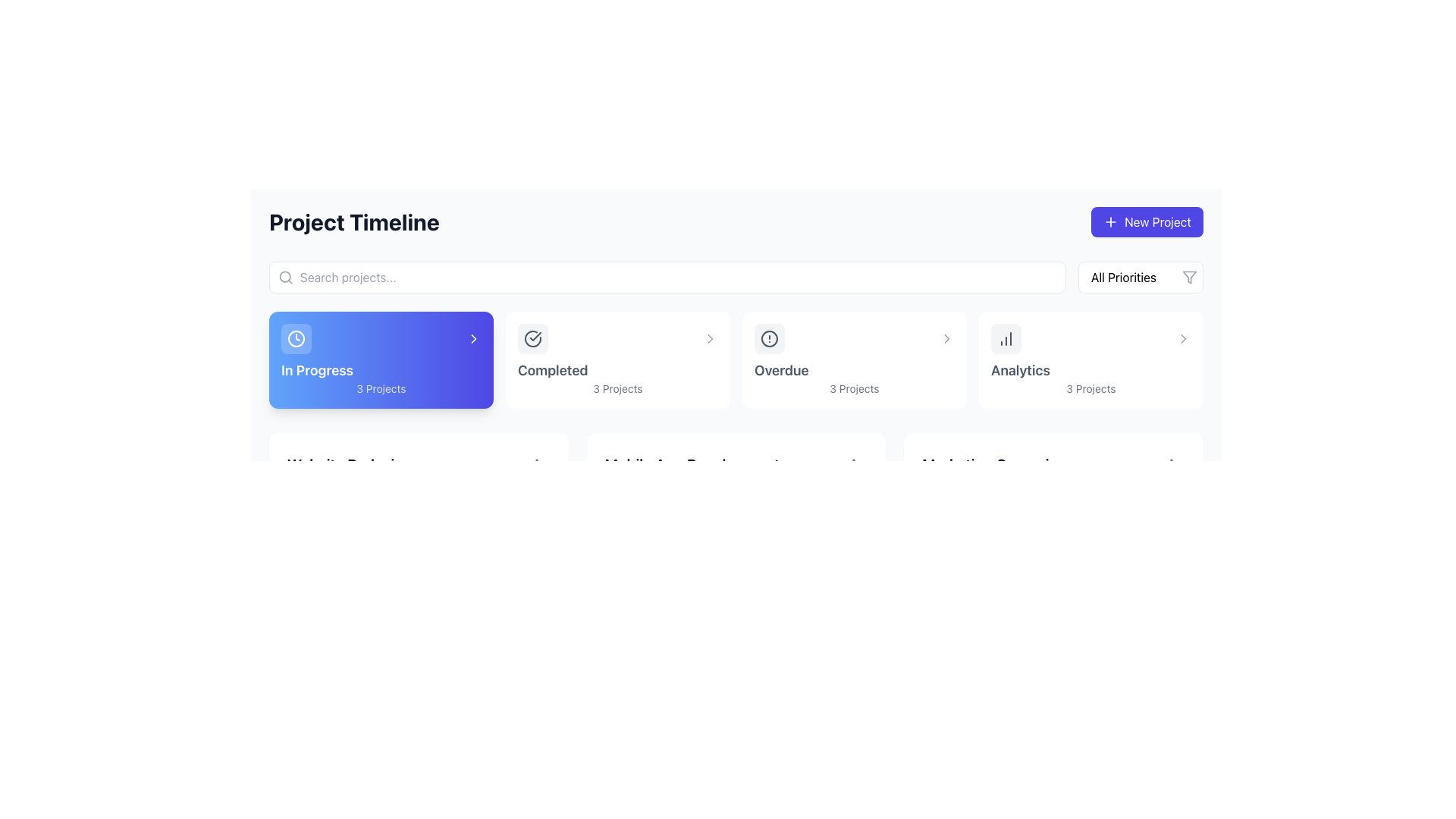 Image resolution: width=1456 pixels, height=819 pixels. What do you see at coordinates (385, 512) in the screenshot?
I see `the visual representation of the progress by interacting with the horizontal gradient progress bar indicator, which is filled 75% with a blue to indigo transition` at bounding box center [385, 512].